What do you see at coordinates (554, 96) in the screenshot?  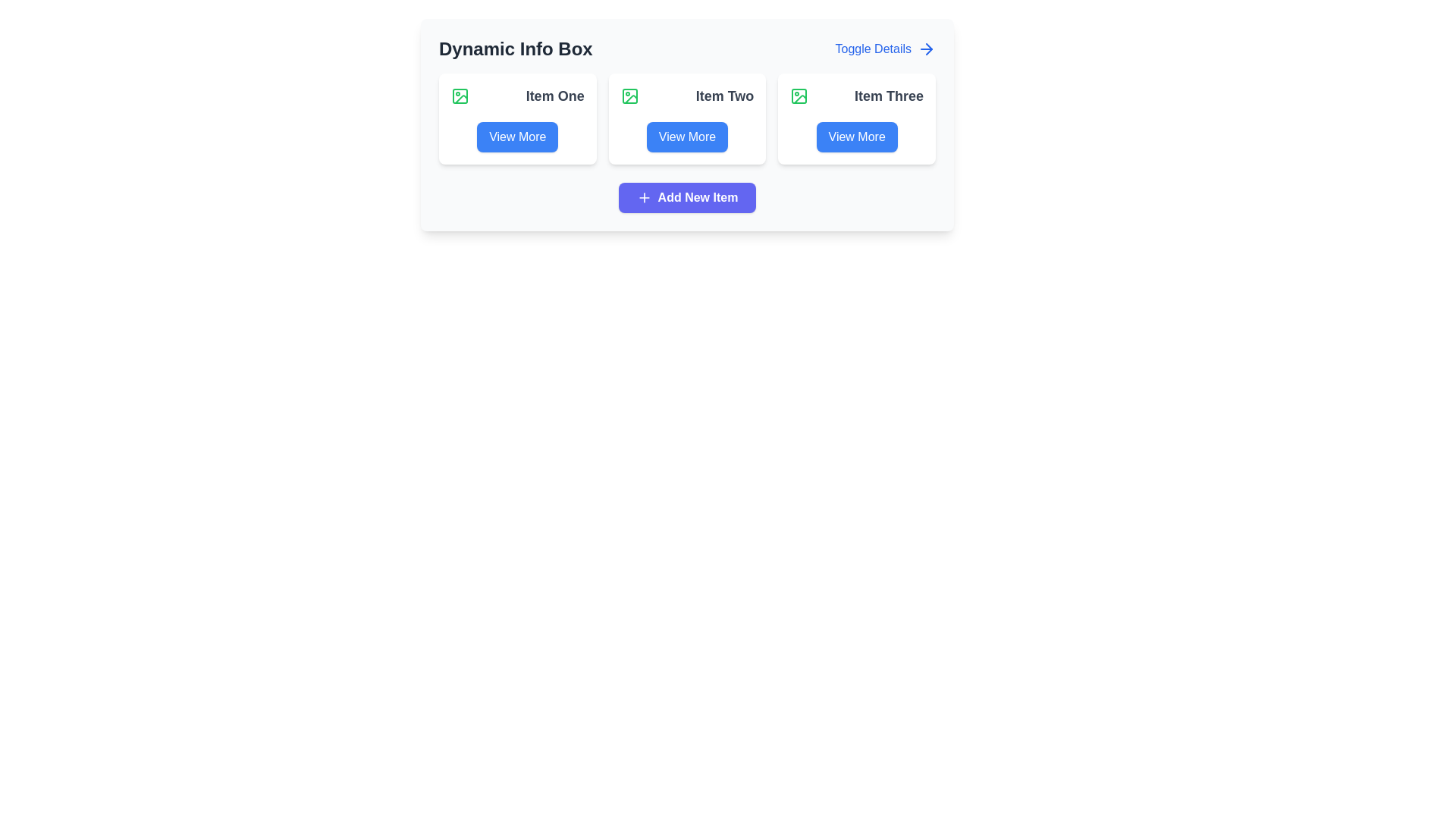 I see `the text label displaying 'Item One' to highlight the text, which is styled with a large, bold font and gray color` at bounding box center [554, 96].